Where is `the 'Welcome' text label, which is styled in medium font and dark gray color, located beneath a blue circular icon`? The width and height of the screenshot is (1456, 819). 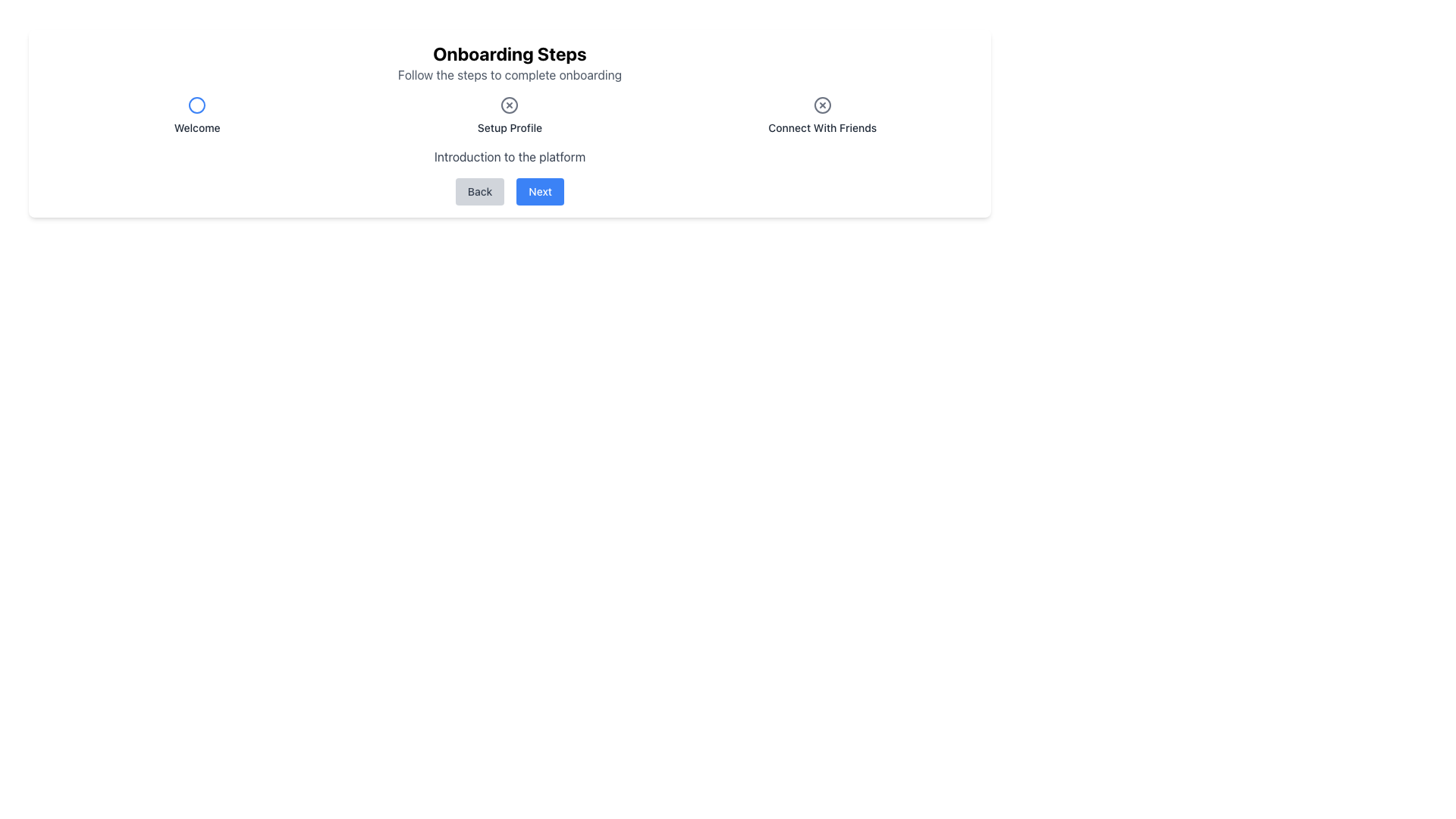 the 'Welcome' text label, which is styled in medium font and dark gray color, located beneath a blue circular icon is located at coordinates (196, 115).